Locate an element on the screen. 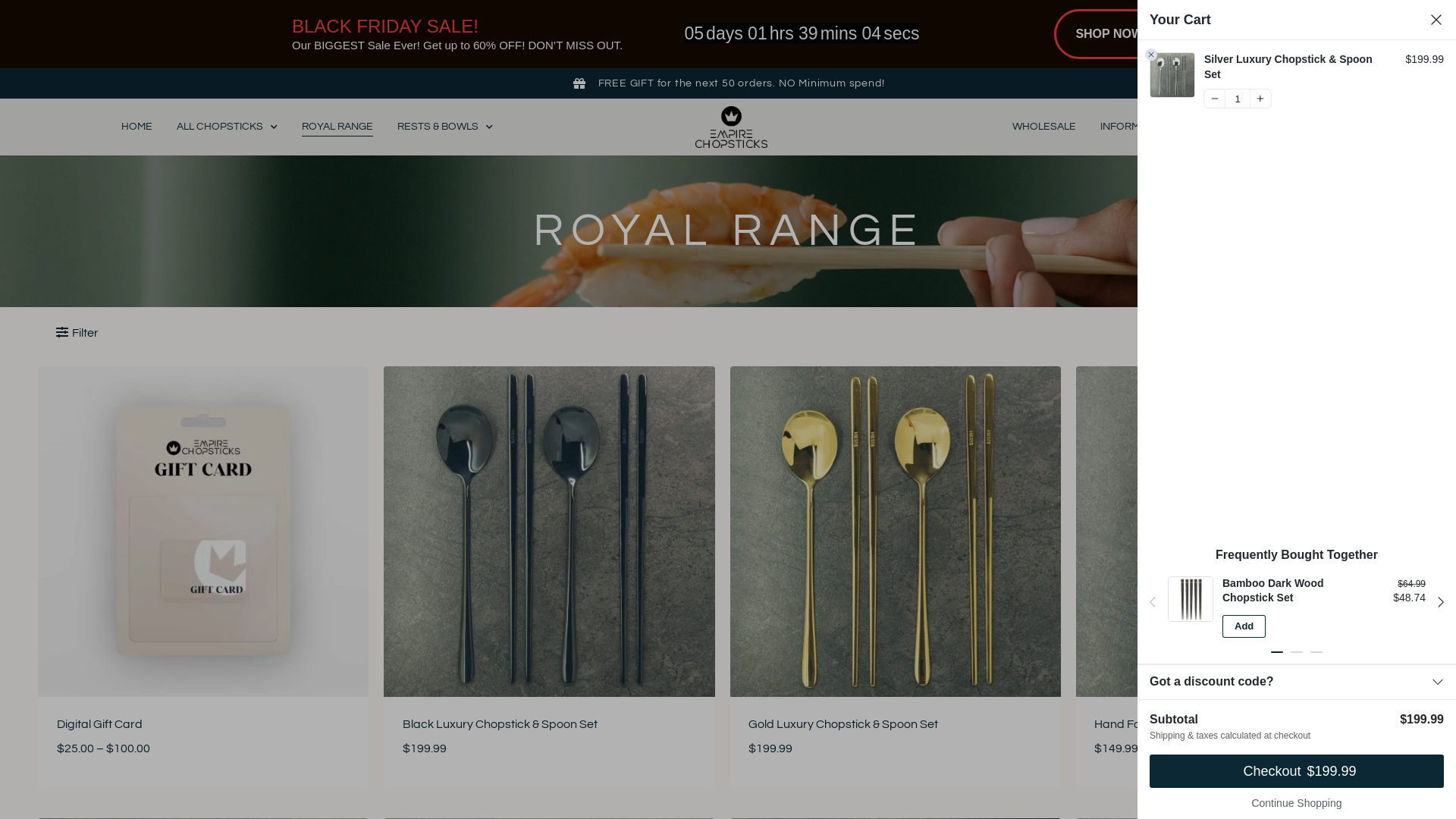 This screenshot has height=819, width=1456. 'Filter' is located at coordinates (76, 332).